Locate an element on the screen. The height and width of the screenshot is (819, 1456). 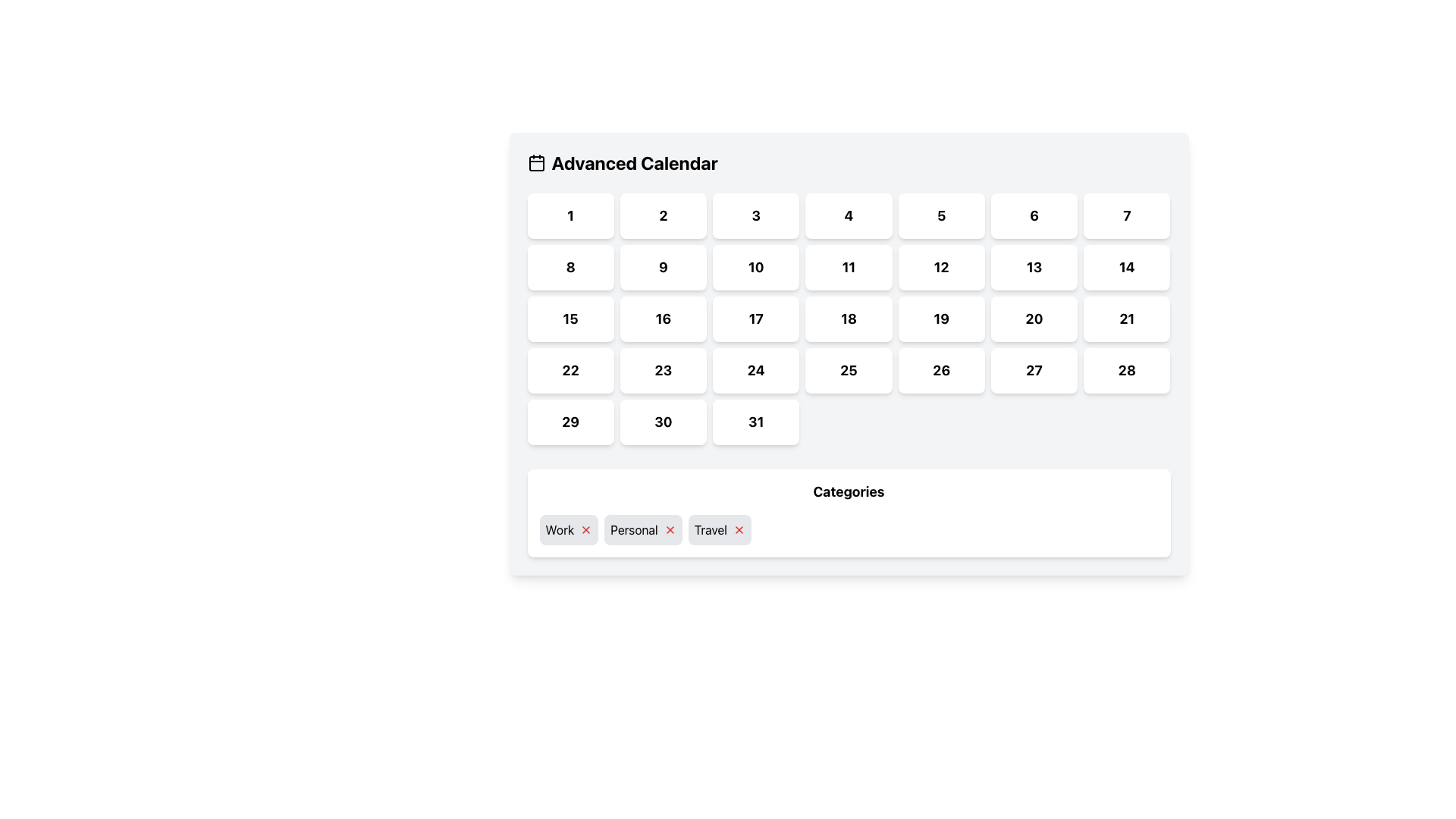
the button representing the number '5' in the calendar view is located at coordinates (940, 216).